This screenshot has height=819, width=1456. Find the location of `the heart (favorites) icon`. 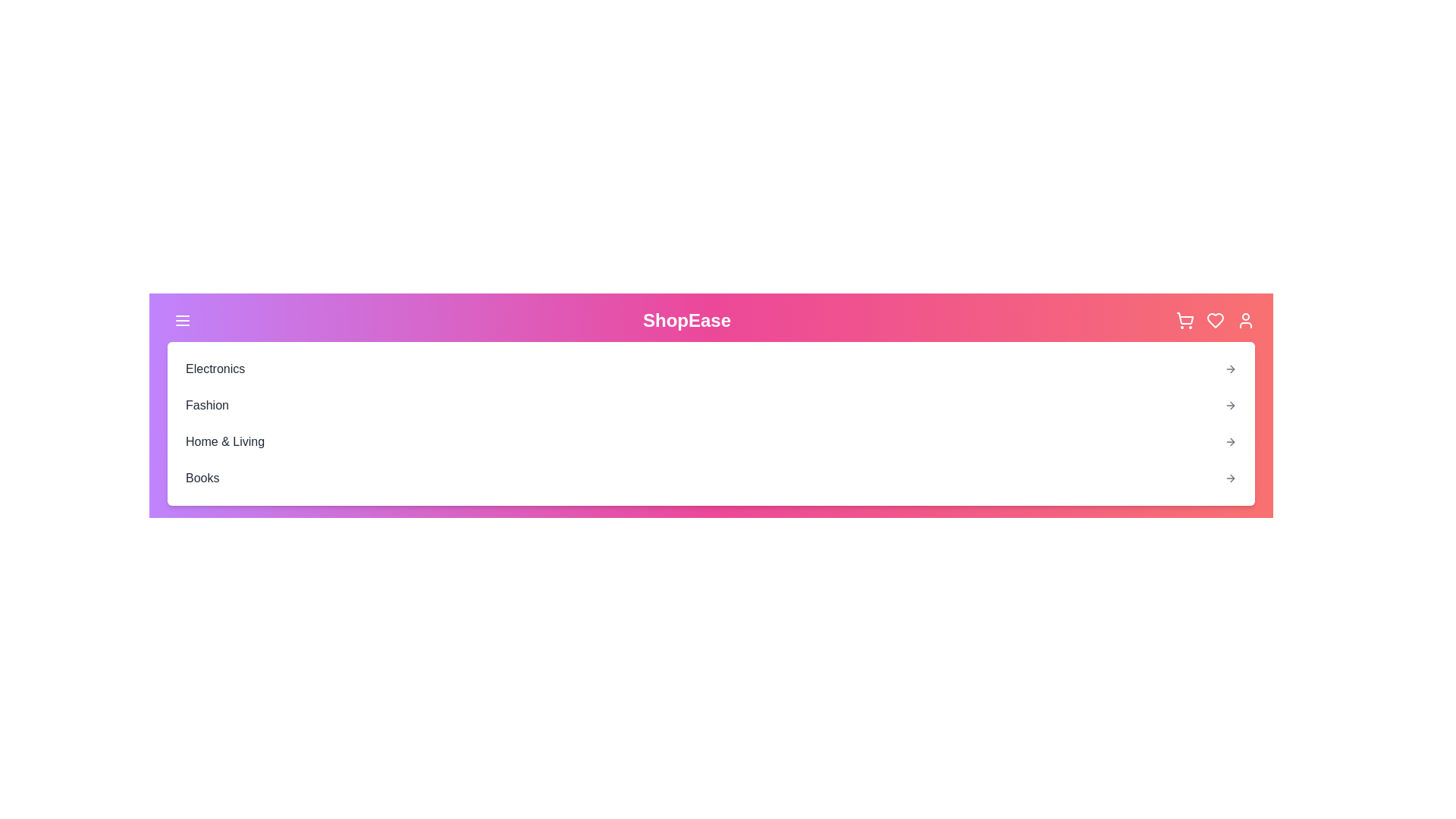

the heart (favorites) icon is located at coordinates (1216, 320).